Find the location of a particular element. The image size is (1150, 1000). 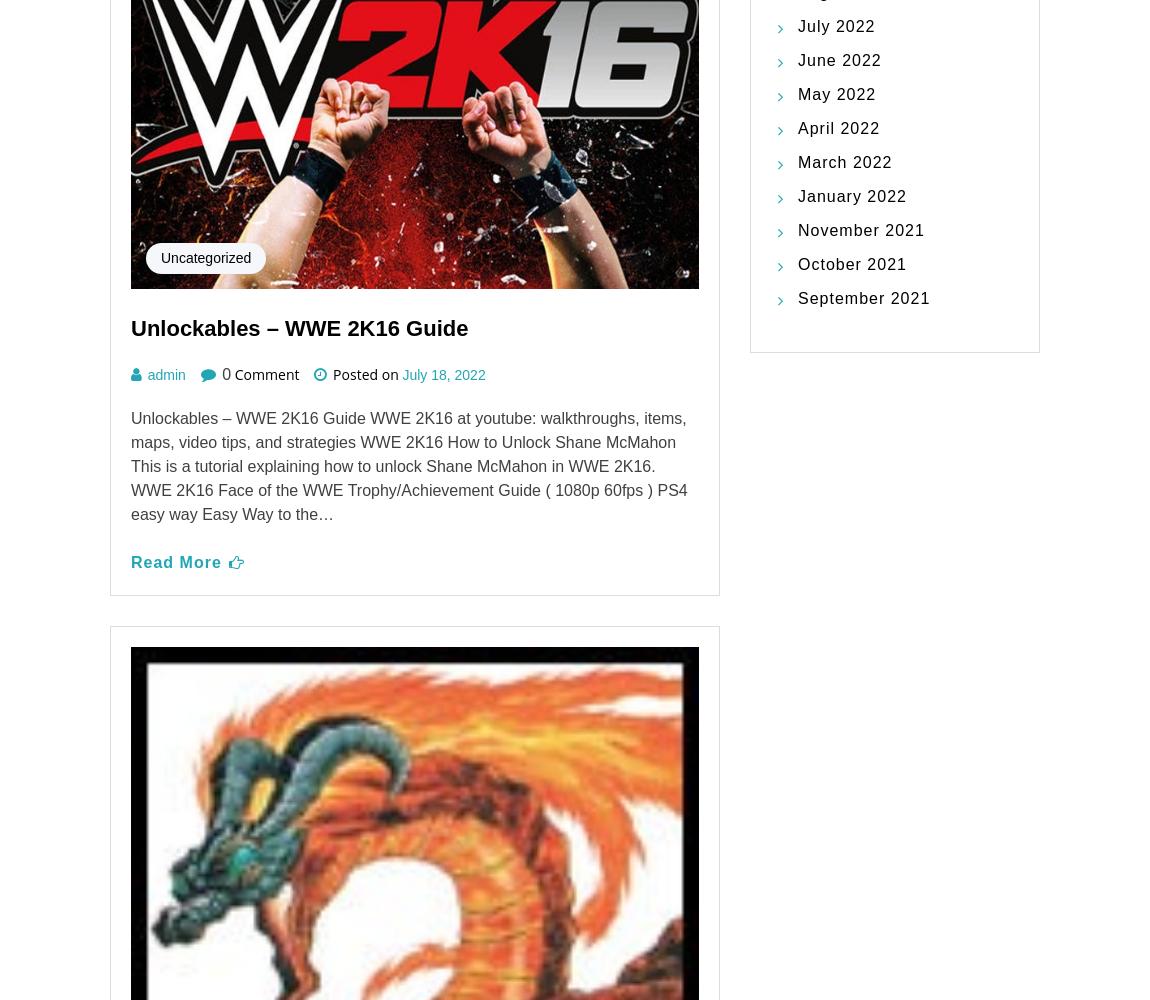

'April 29, 2022' is located at coordinates (445, 579).